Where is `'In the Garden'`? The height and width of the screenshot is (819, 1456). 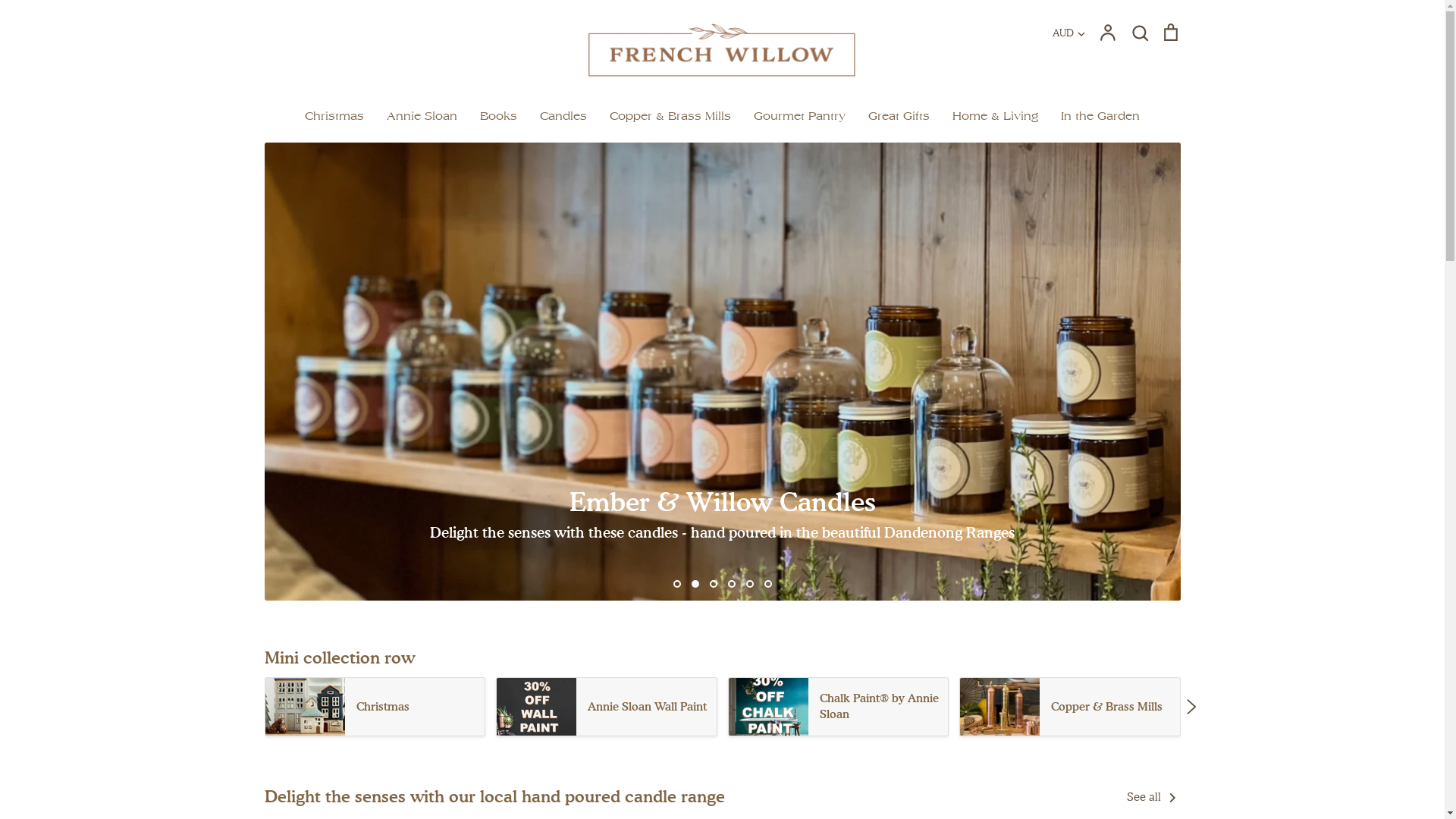
'In the Garden' is located at coordinates (1059, 115).